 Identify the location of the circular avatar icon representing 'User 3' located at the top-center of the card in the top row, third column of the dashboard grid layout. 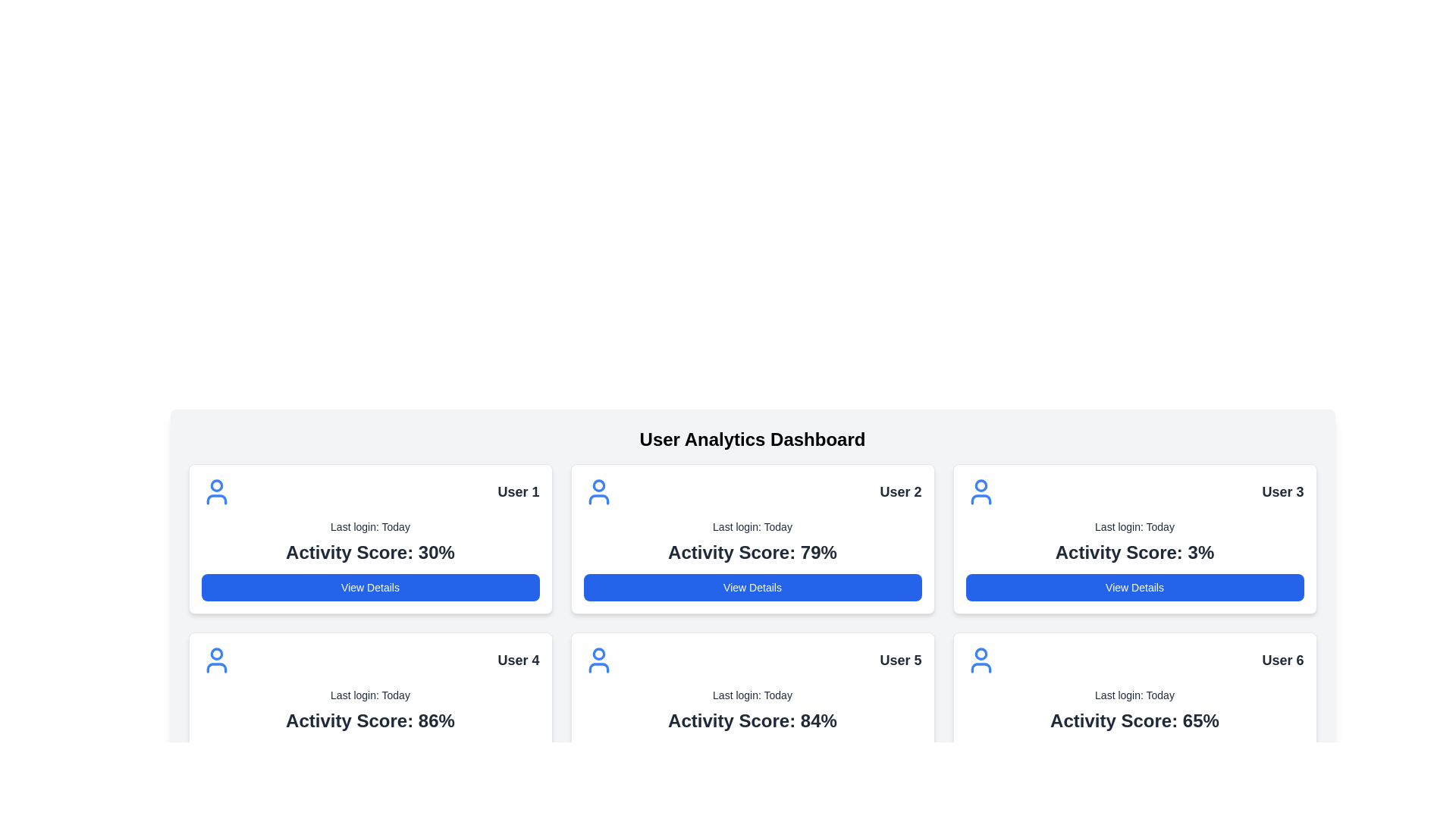
(981, 485).